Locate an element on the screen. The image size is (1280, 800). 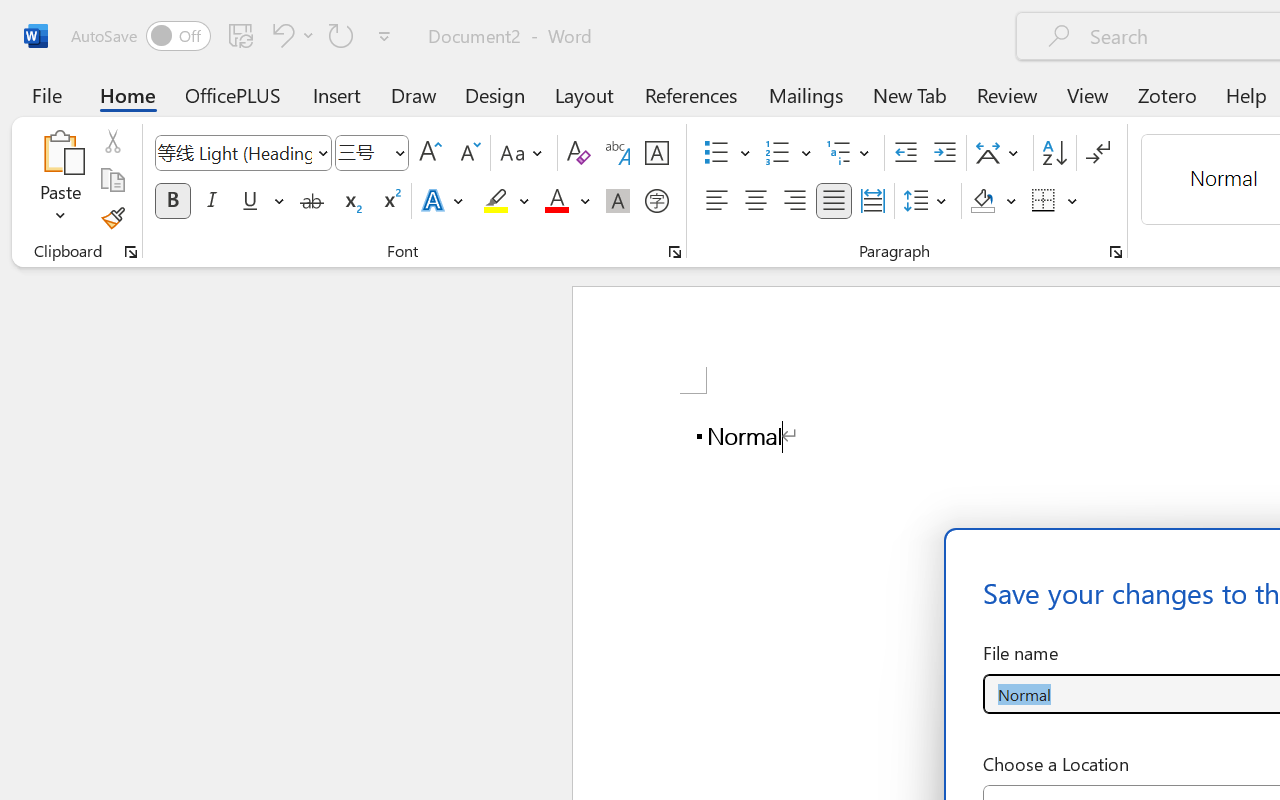
'Review' is located at coordinates (1007, 94).